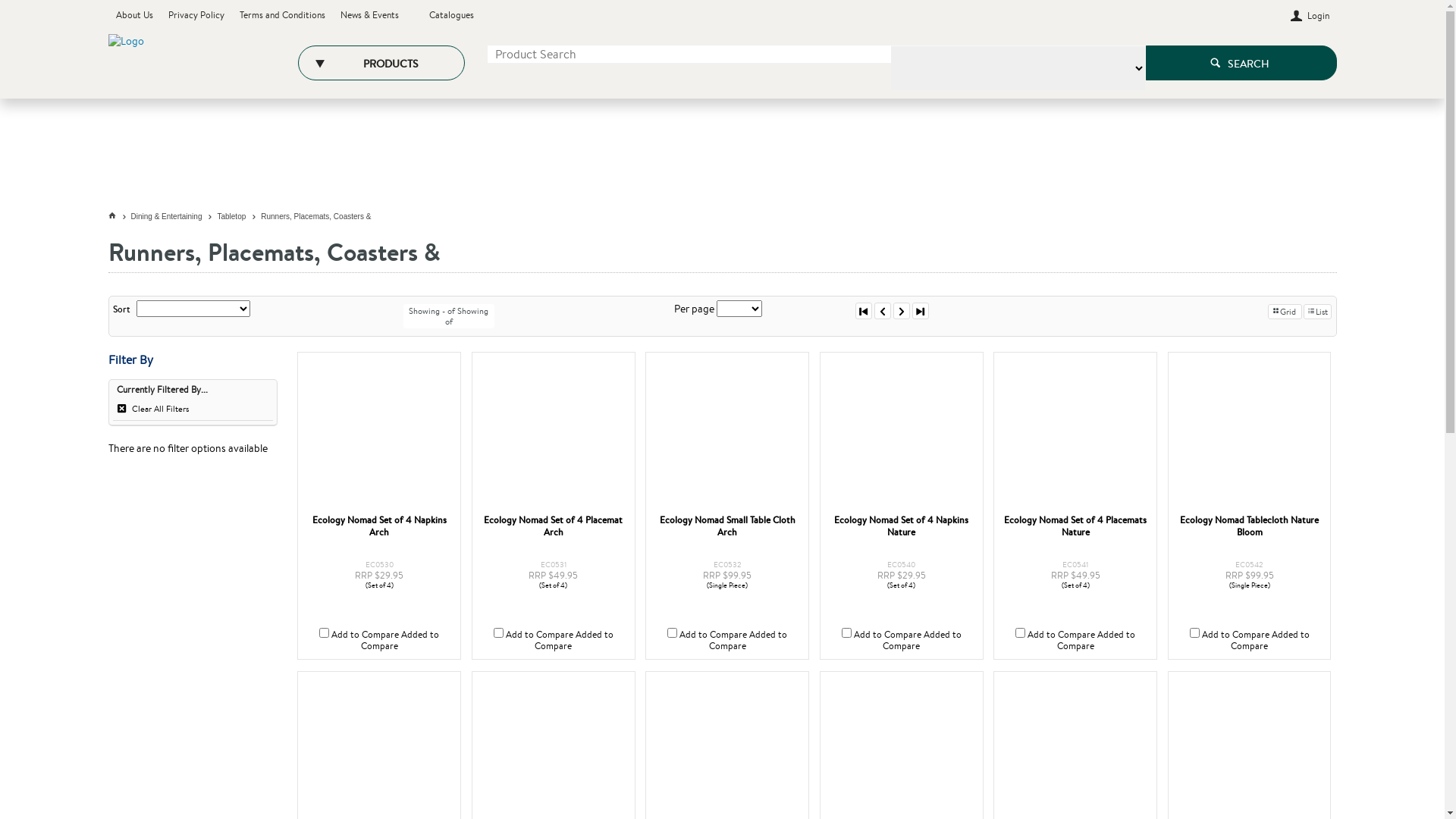 The width and height of the screenshot is (1456, 819). Describe the element at coordinates (282, 14) in the screenshot. I see `'Terms and Conditions'` at that location.